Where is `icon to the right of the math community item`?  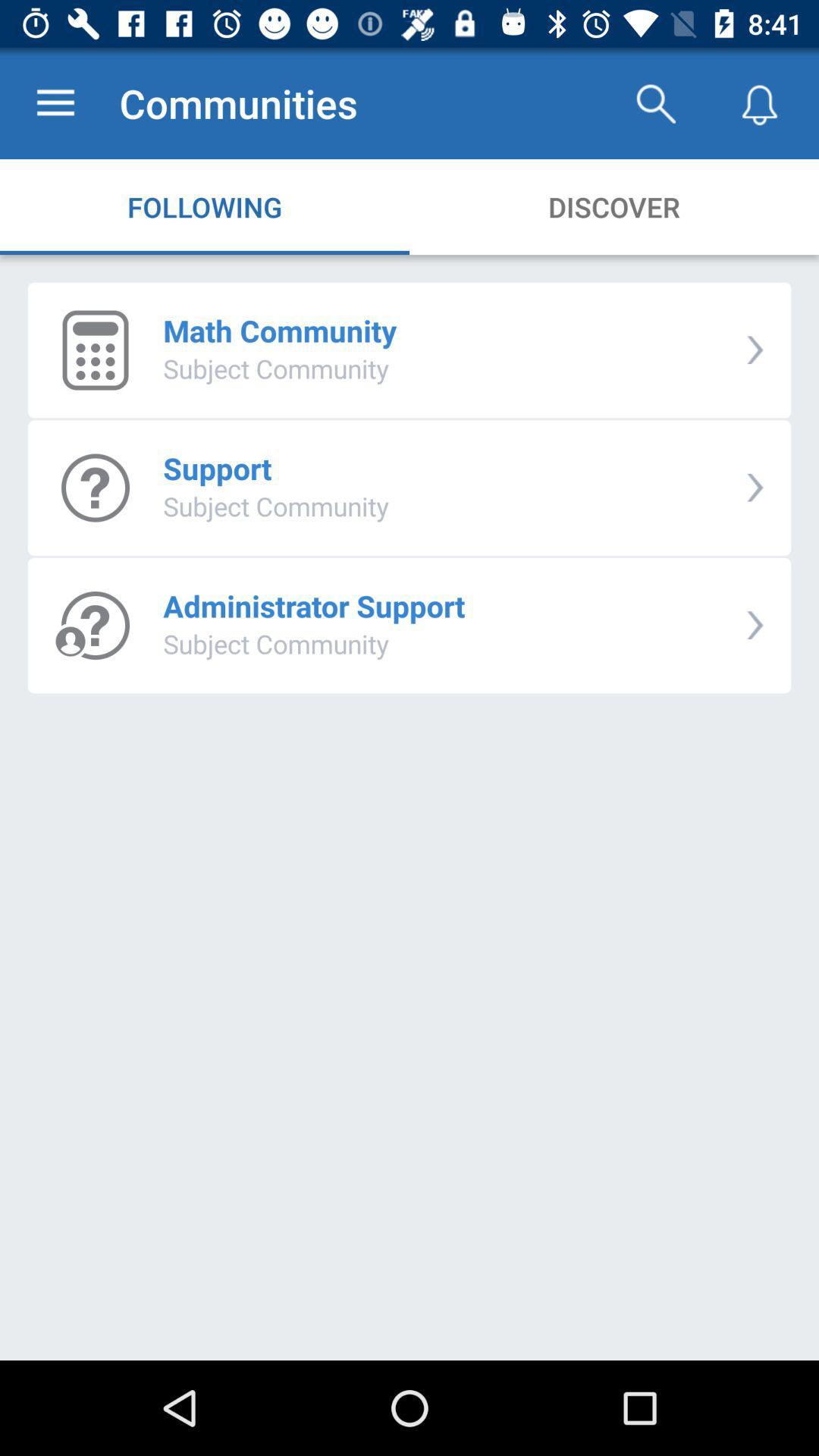
icon to the right of the math community item is located at coordinates (755, 349).